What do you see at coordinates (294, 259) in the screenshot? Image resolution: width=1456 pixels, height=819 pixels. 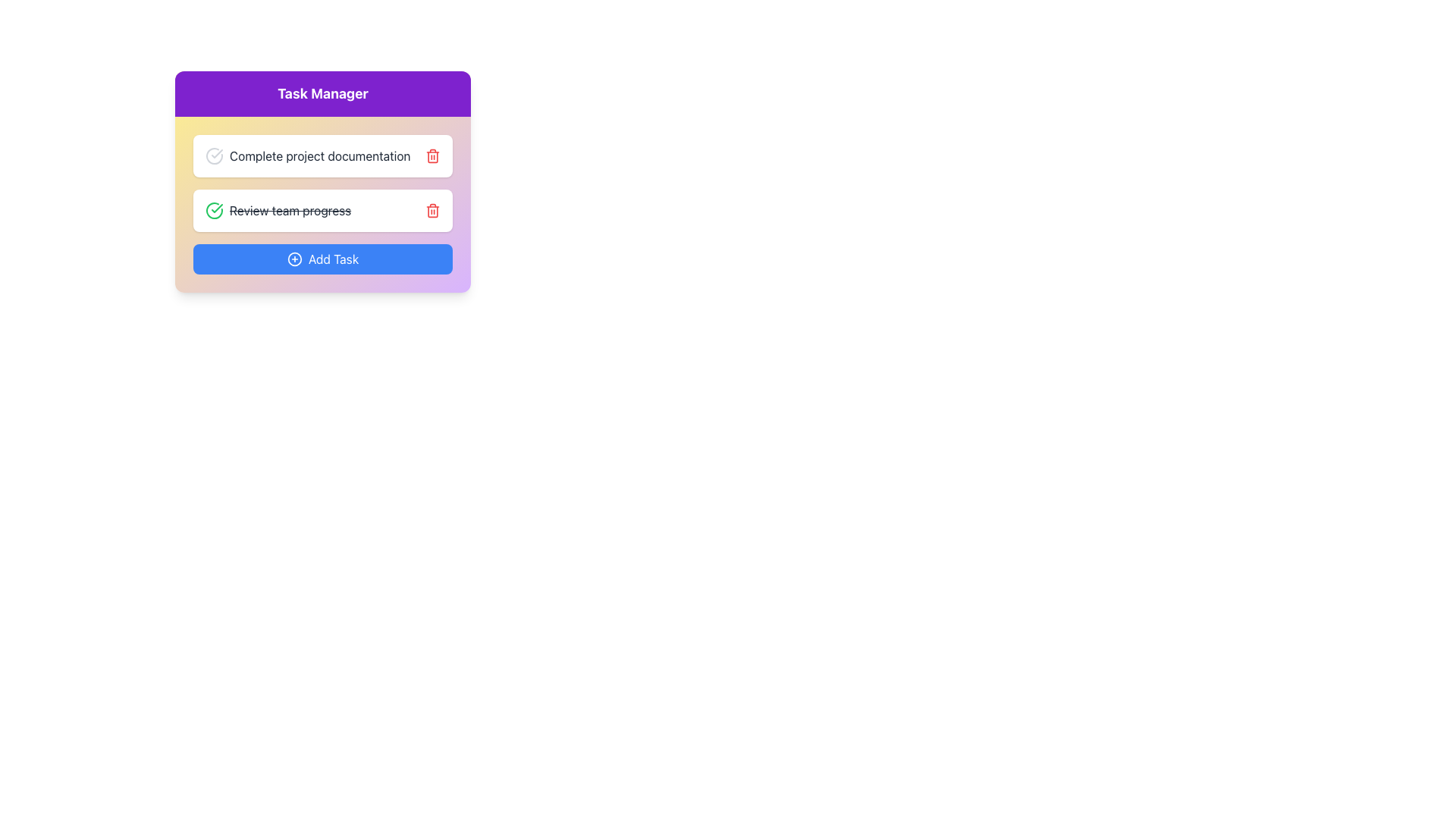 I see `the addition icon located to the left of the 'Add Task' button at the bottom section of the Task Manager card` at bounding box center [294, 259].